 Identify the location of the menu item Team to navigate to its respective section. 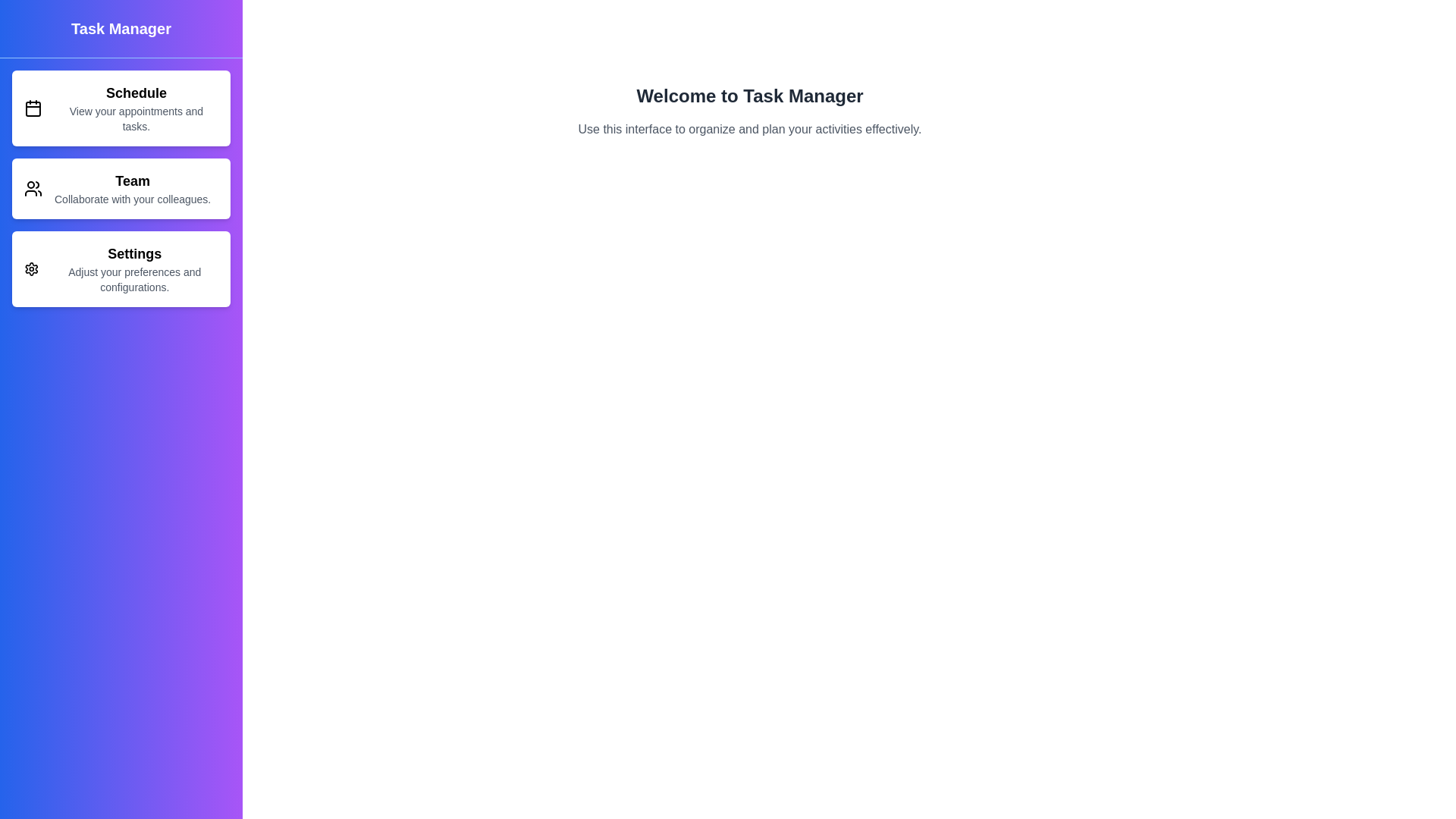
(120, 188).